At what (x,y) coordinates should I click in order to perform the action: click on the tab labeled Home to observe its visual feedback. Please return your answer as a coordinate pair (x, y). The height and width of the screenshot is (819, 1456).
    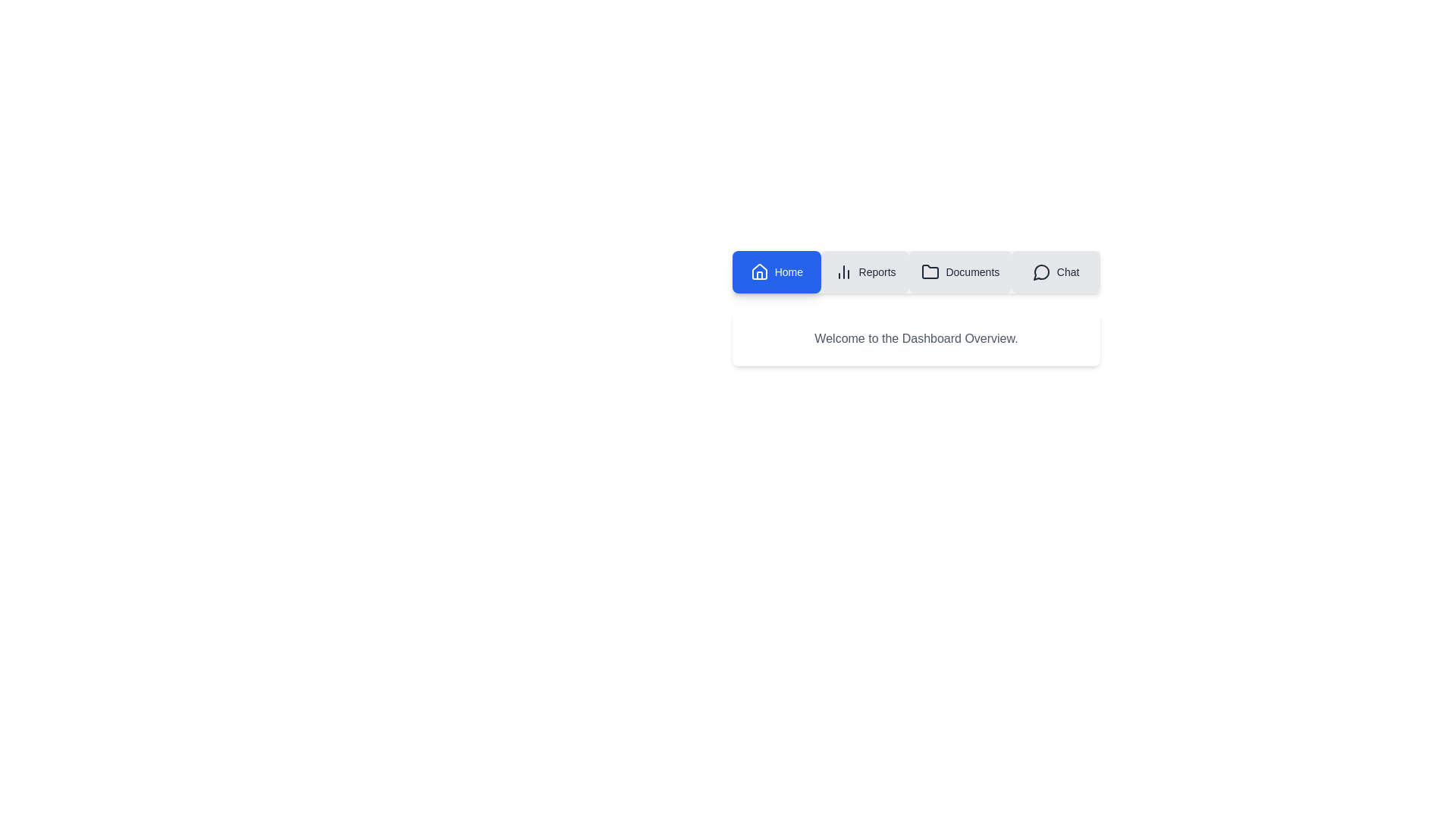
    Looking at the image, I should click on (777, 271).